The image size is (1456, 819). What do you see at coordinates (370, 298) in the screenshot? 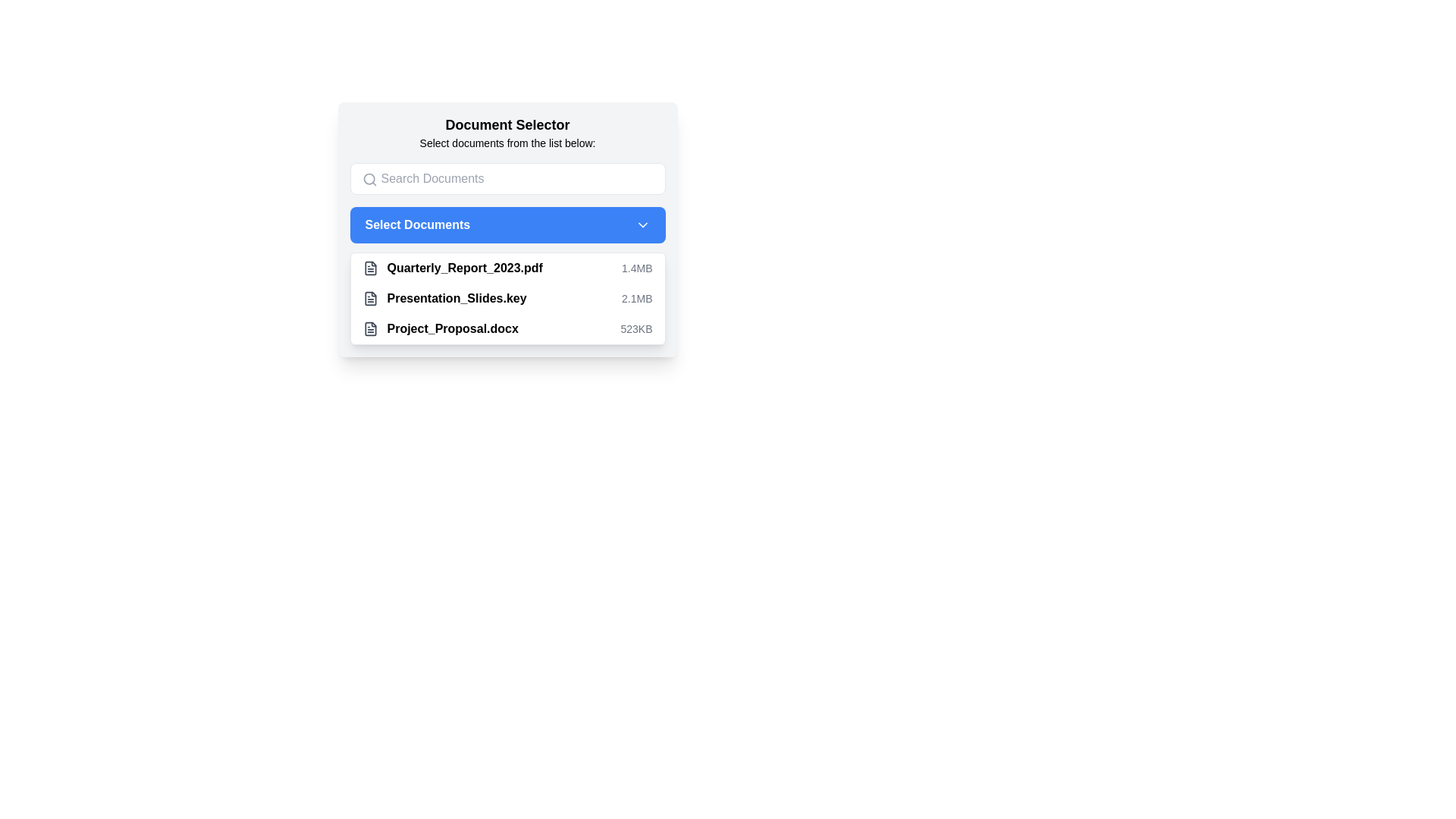
I see `the document icon located in the toolbar to the left of the title text for 'Quarterly_Report_2023.pdf'` at bounding box center [370, 298].